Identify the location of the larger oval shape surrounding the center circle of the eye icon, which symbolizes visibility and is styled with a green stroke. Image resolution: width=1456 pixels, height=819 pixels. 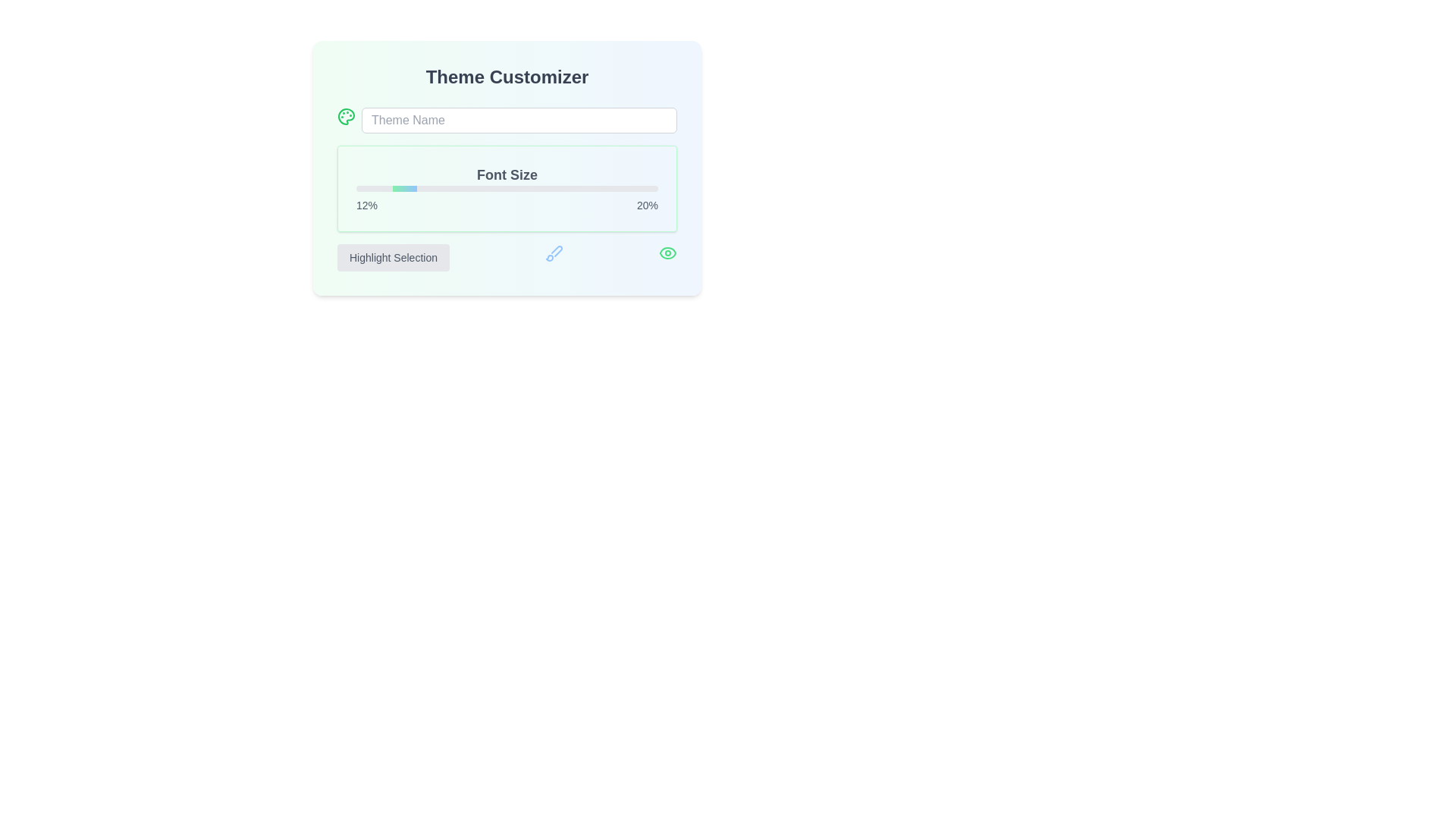
(667, 253).